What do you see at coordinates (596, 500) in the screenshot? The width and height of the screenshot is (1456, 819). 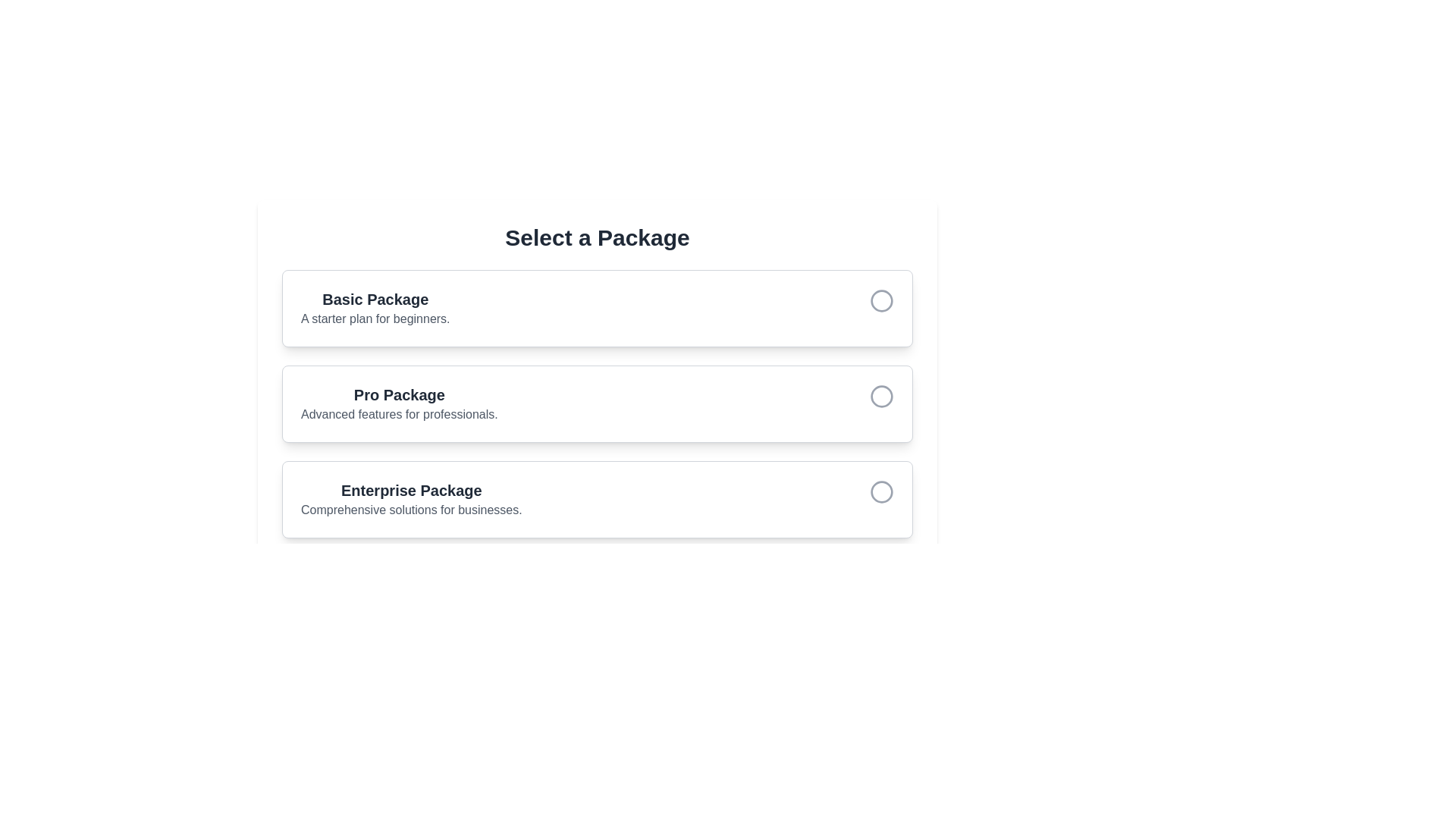 I see `the 'Enterprise Package' card, which is the third card in a vertical list of three options` at bounding box center [596, 500].